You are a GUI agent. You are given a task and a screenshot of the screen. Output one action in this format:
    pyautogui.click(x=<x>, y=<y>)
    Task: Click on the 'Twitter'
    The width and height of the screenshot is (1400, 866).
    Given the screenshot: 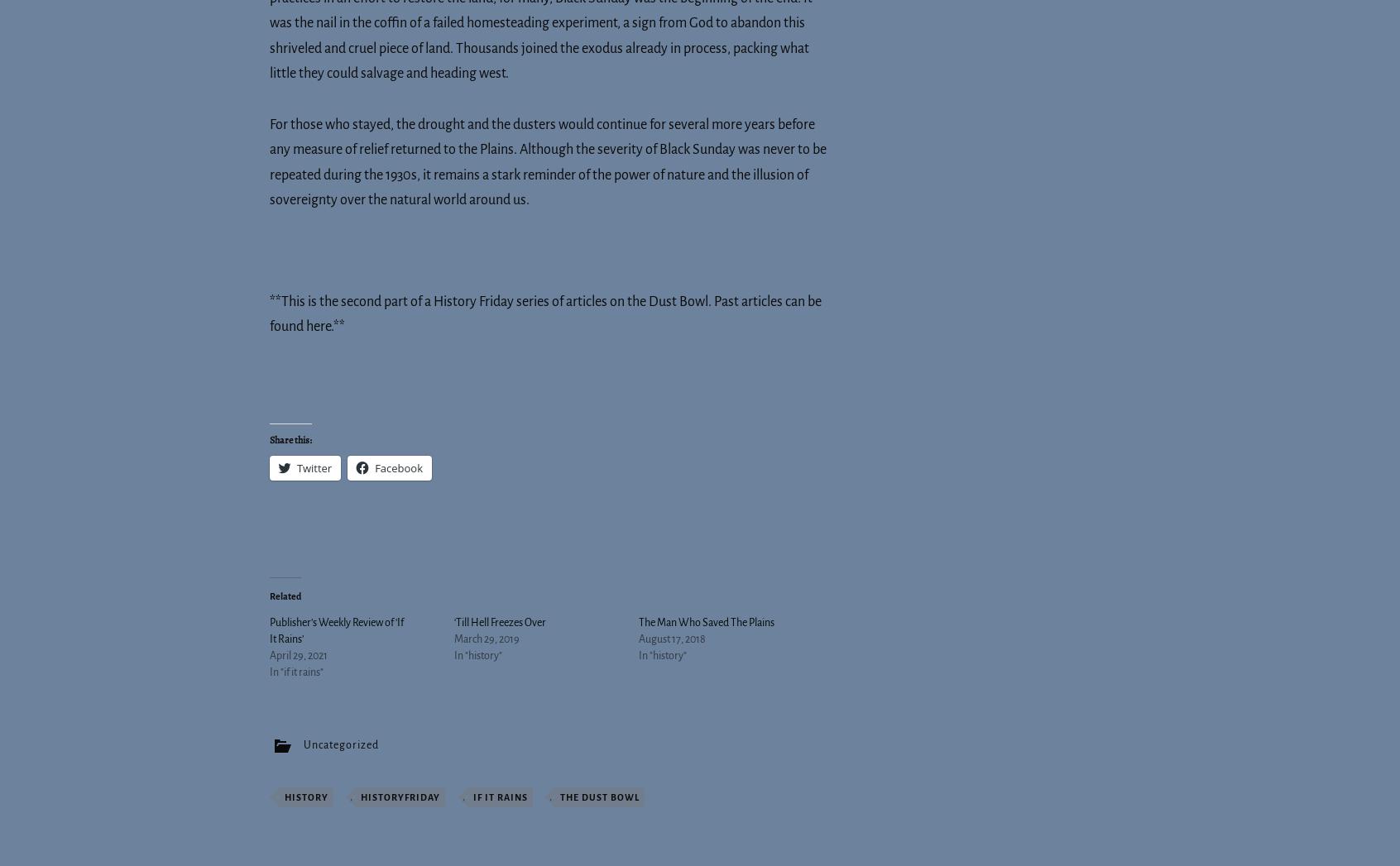 What is the action you would take?
    pyautogui.click(x=314, y=468)
    